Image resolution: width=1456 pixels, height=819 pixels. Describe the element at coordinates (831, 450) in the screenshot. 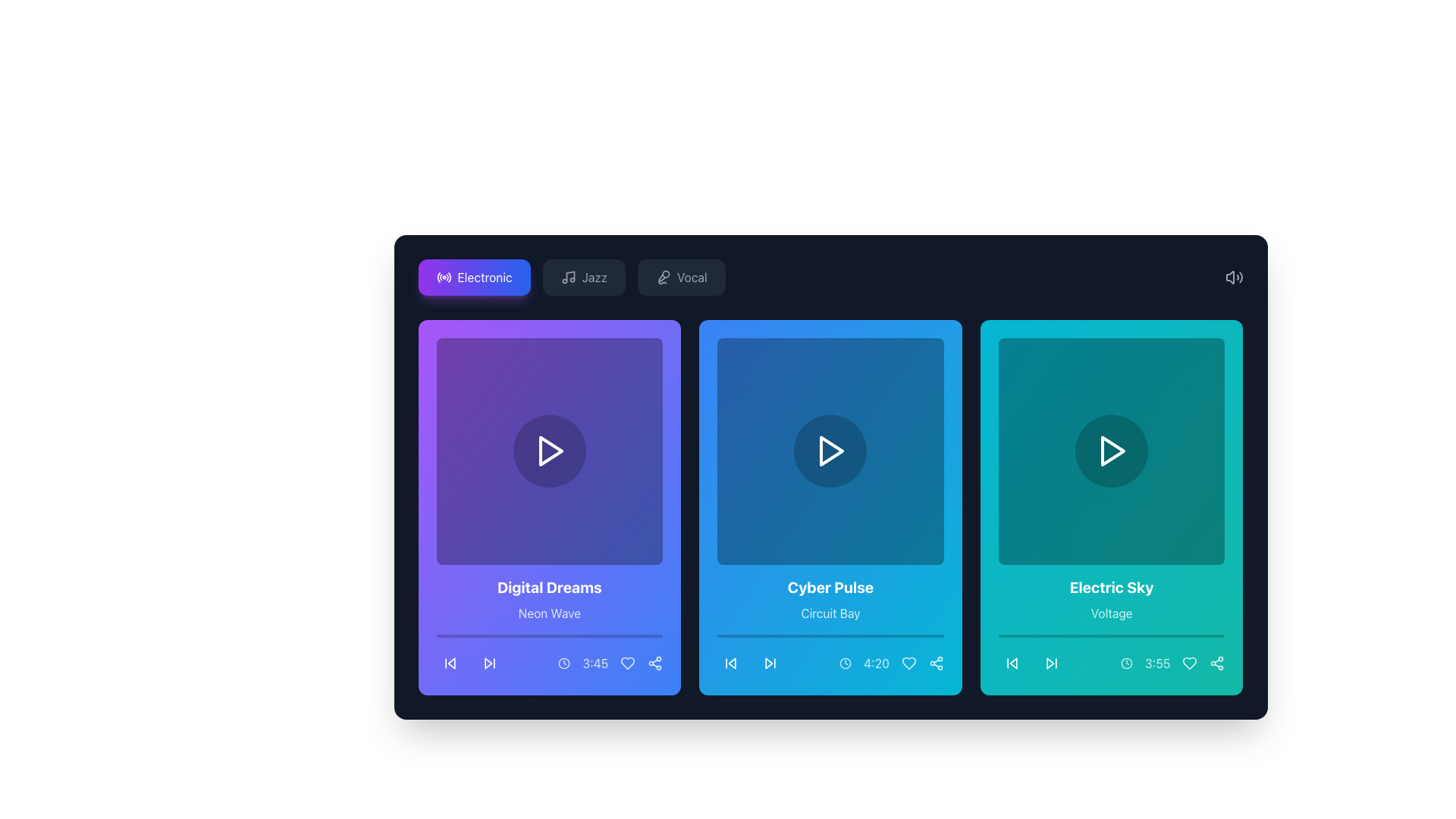

I see `the triangular play button icon, which is filled with white color, located at the center of the second card titled 'Cyber Pulse' with a blue gradient background` at that location.